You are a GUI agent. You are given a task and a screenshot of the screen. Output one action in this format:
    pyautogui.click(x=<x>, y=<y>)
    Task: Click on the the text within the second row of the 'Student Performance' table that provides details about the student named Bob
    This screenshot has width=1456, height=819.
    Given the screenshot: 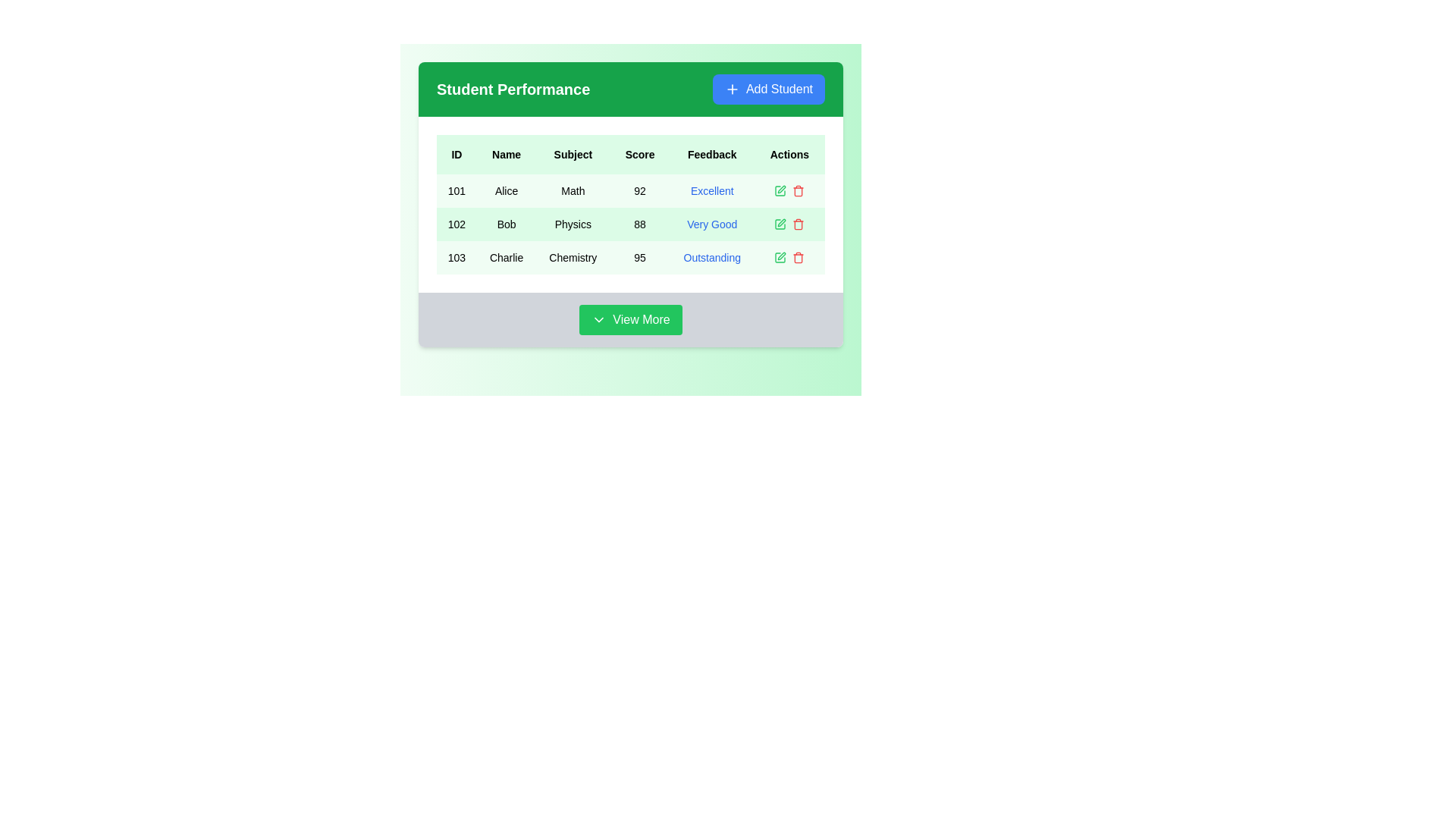 What is the action you would take?
    pyautogui.click(x=630, y=224)
    